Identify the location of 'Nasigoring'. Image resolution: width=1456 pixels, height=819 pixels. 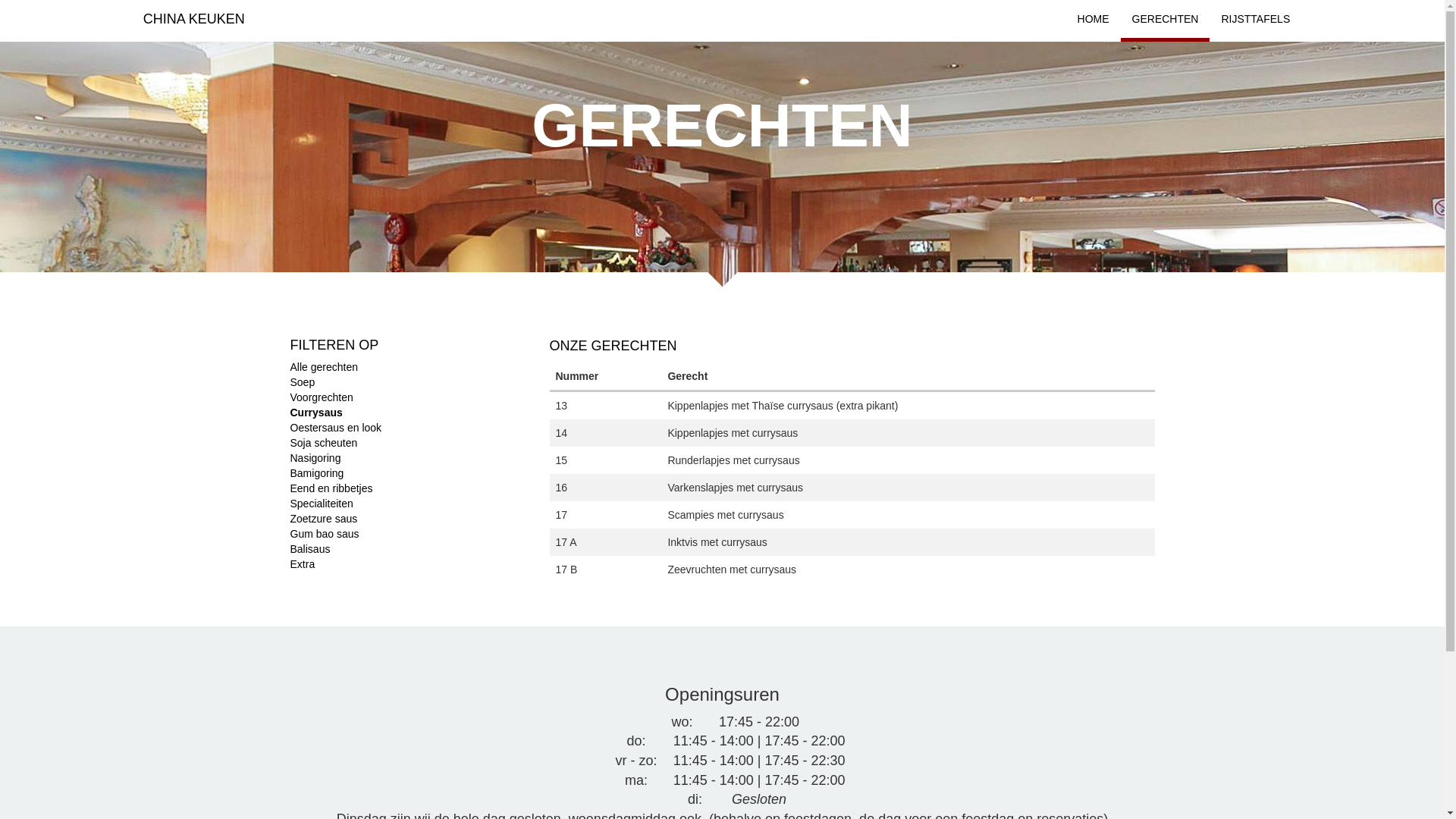
(290, 457).